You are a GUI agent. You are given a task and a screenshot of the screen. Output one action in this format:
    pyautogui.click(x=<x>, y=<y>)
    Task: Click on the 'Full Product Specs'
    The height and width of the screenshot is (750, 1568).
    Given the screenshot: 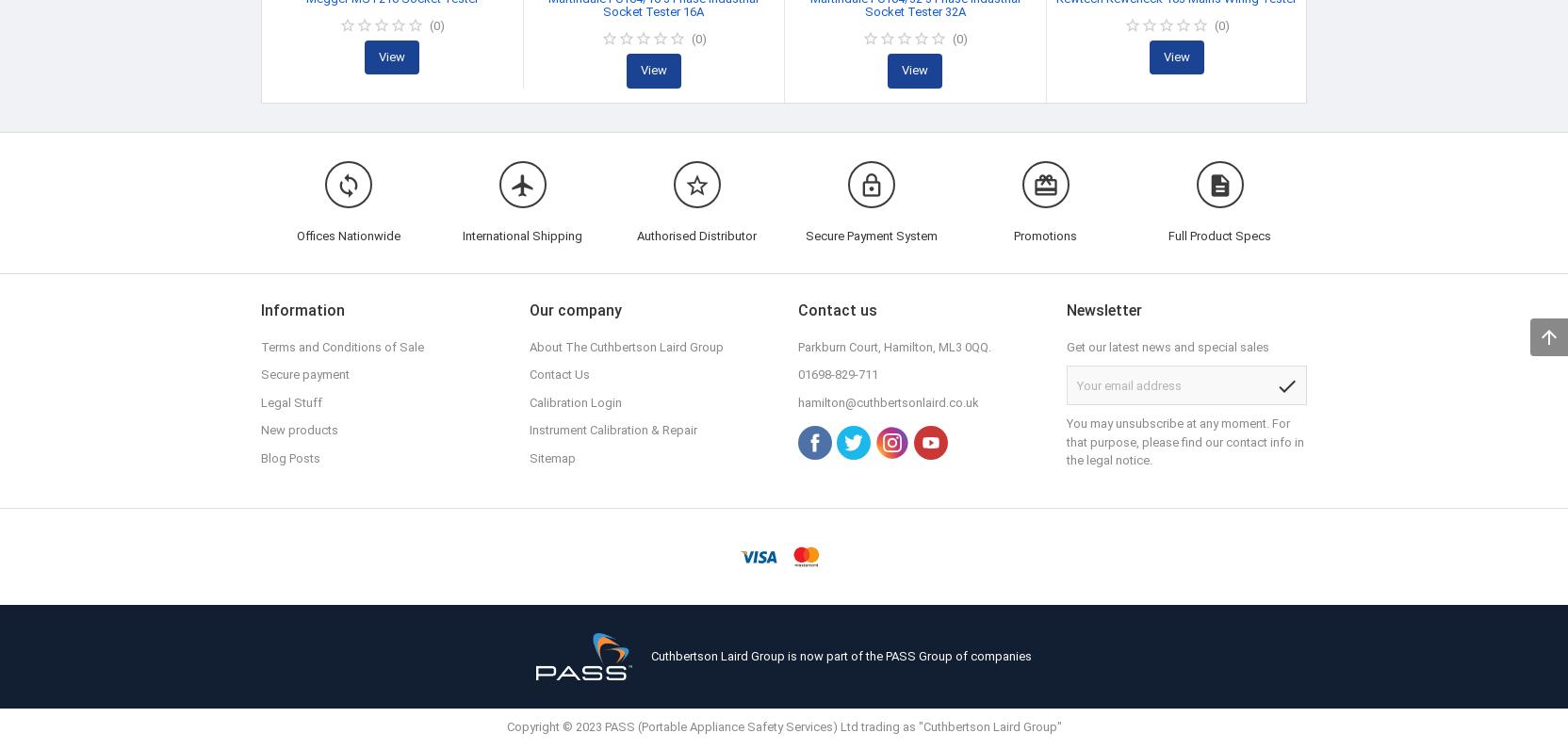 What is the action you would take?
    pyautogui.click(x=1218, y=235)
    